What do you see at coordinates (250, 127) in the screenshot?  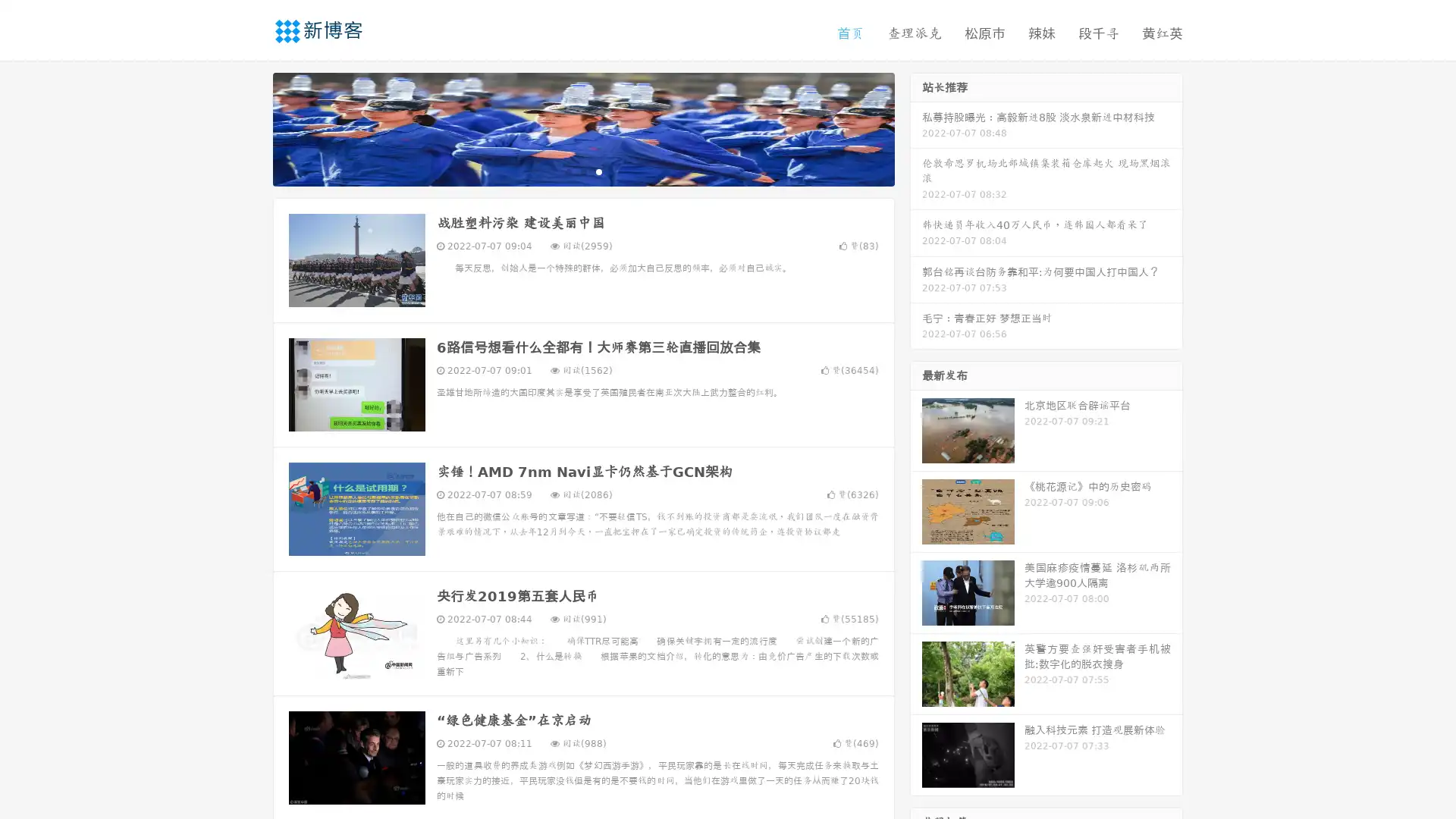 I see `Previous slide` at bounding box center [250, 127].